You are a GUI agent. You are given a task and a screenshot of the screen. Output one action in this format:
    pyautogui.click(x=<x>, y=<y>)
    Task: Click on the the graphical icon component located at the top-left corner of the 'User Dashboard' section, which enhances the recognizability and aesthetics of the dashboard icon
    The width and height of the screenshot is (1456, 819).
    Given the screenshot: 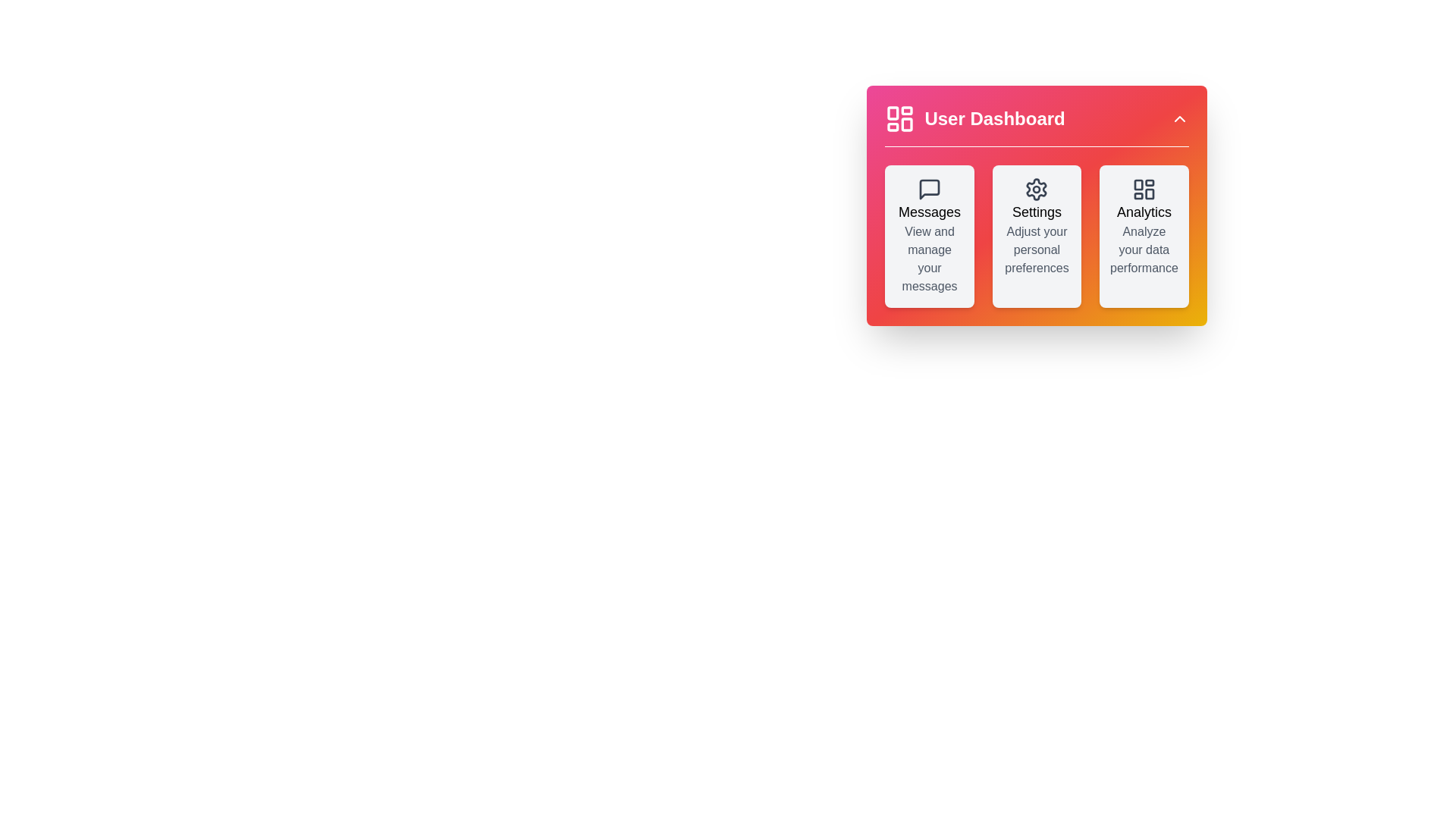 What is the action you would take?
    pyautogui.click(x=893, y=112)
    